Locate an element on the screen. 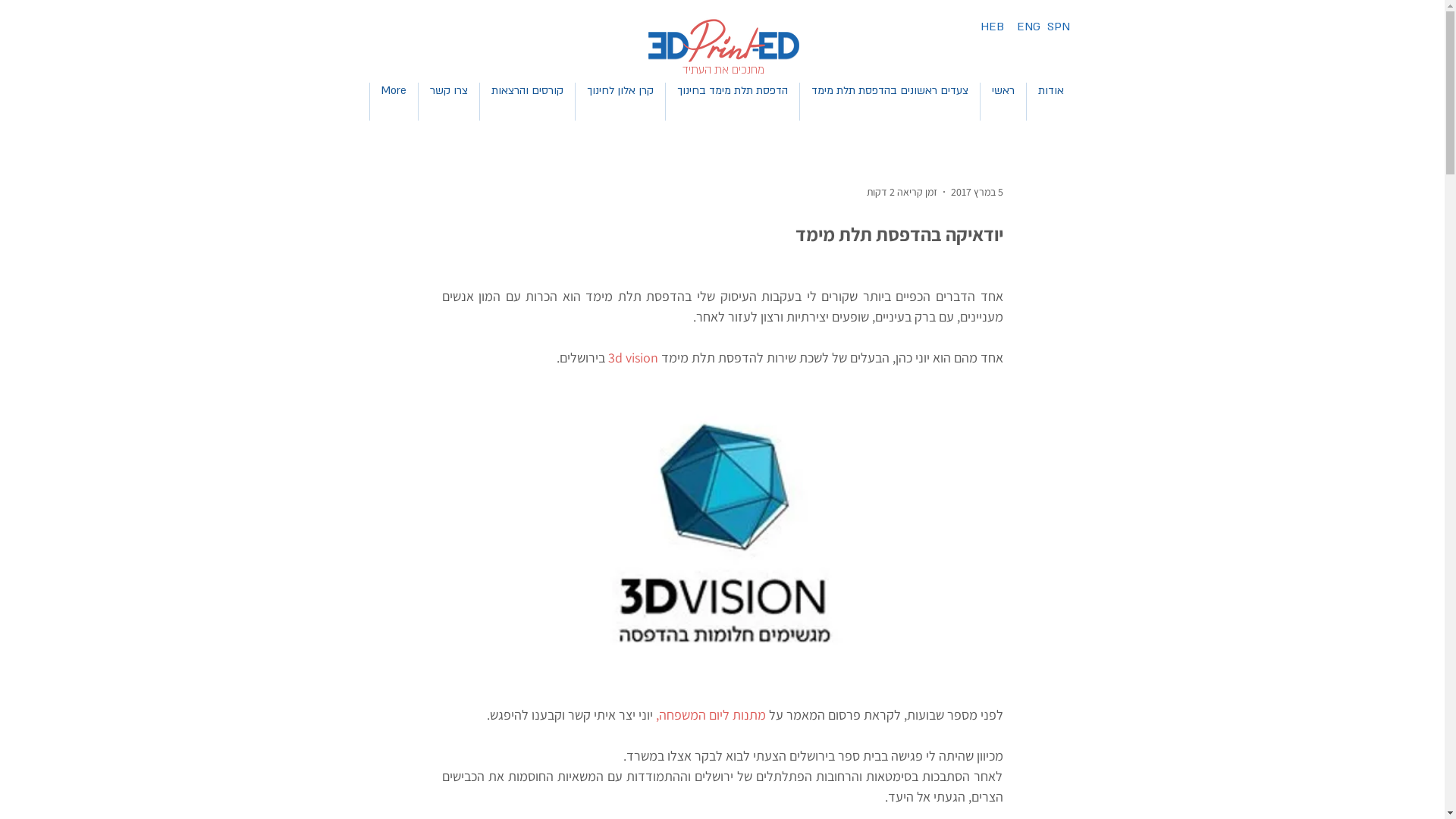  'SPN' is located at coordinates (1057, 27).